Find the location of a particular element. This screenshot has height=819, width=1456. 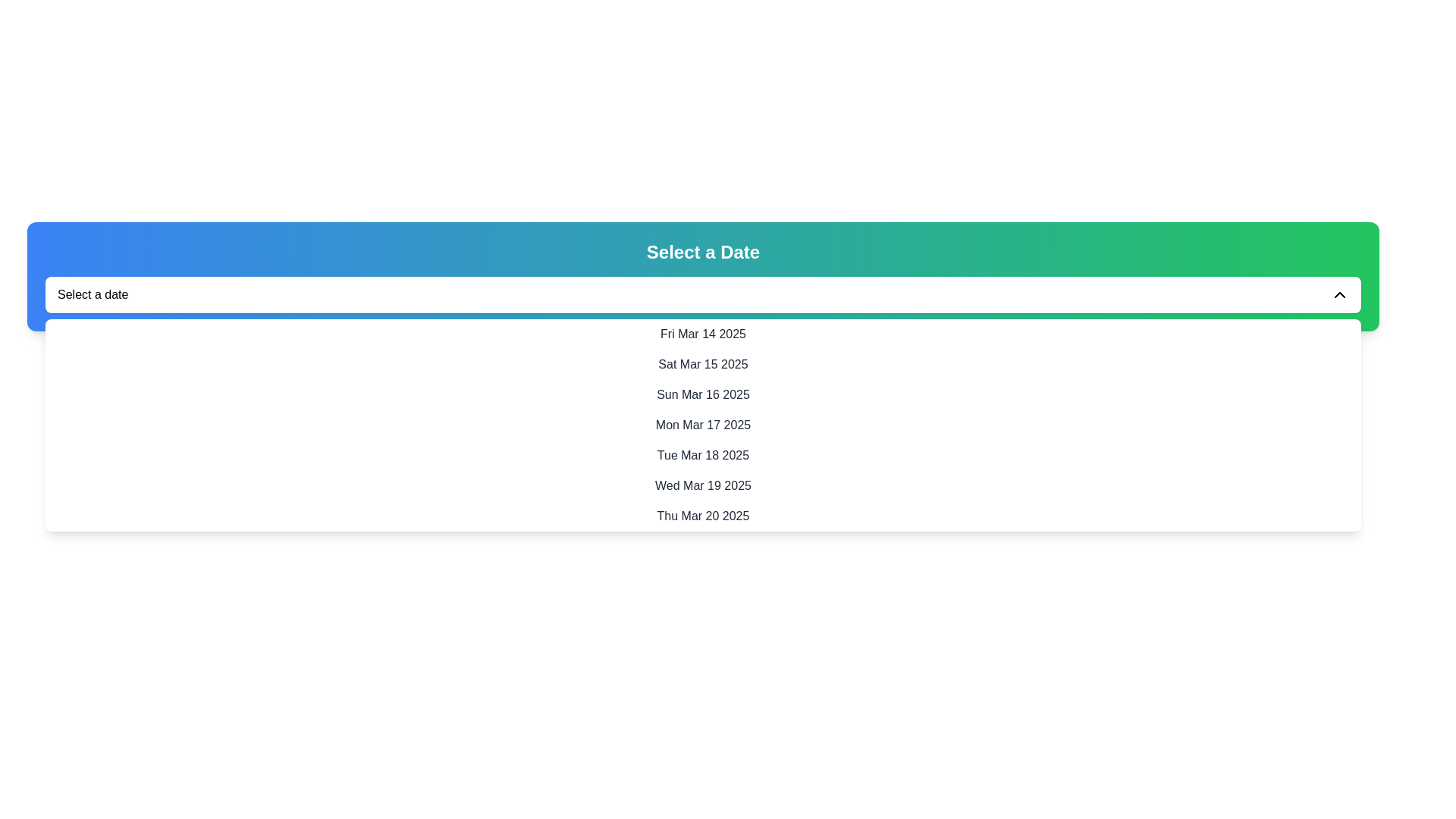

the clickable list item representing the date 'Sun Mar 16 2025' within the dropdown menu is located at coordinates (702, 394).